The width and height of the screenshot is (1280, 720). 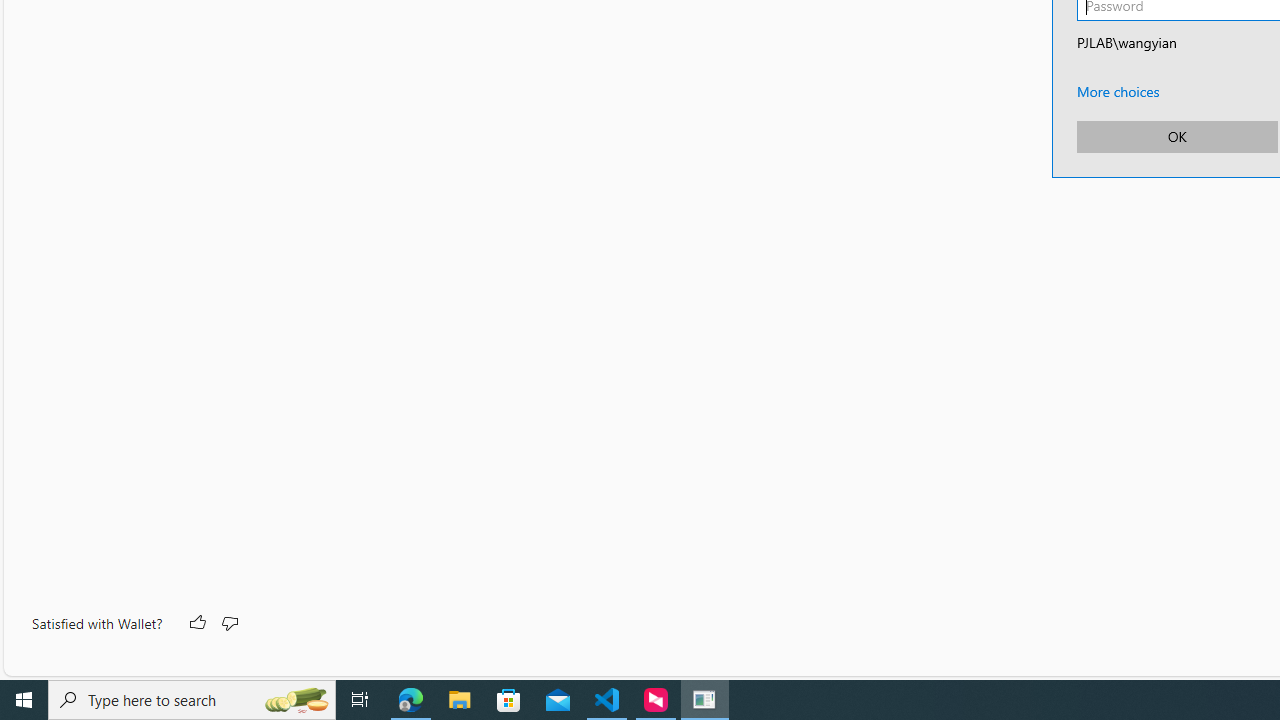 I want to click on 'Like', so click(x=197, y=622).